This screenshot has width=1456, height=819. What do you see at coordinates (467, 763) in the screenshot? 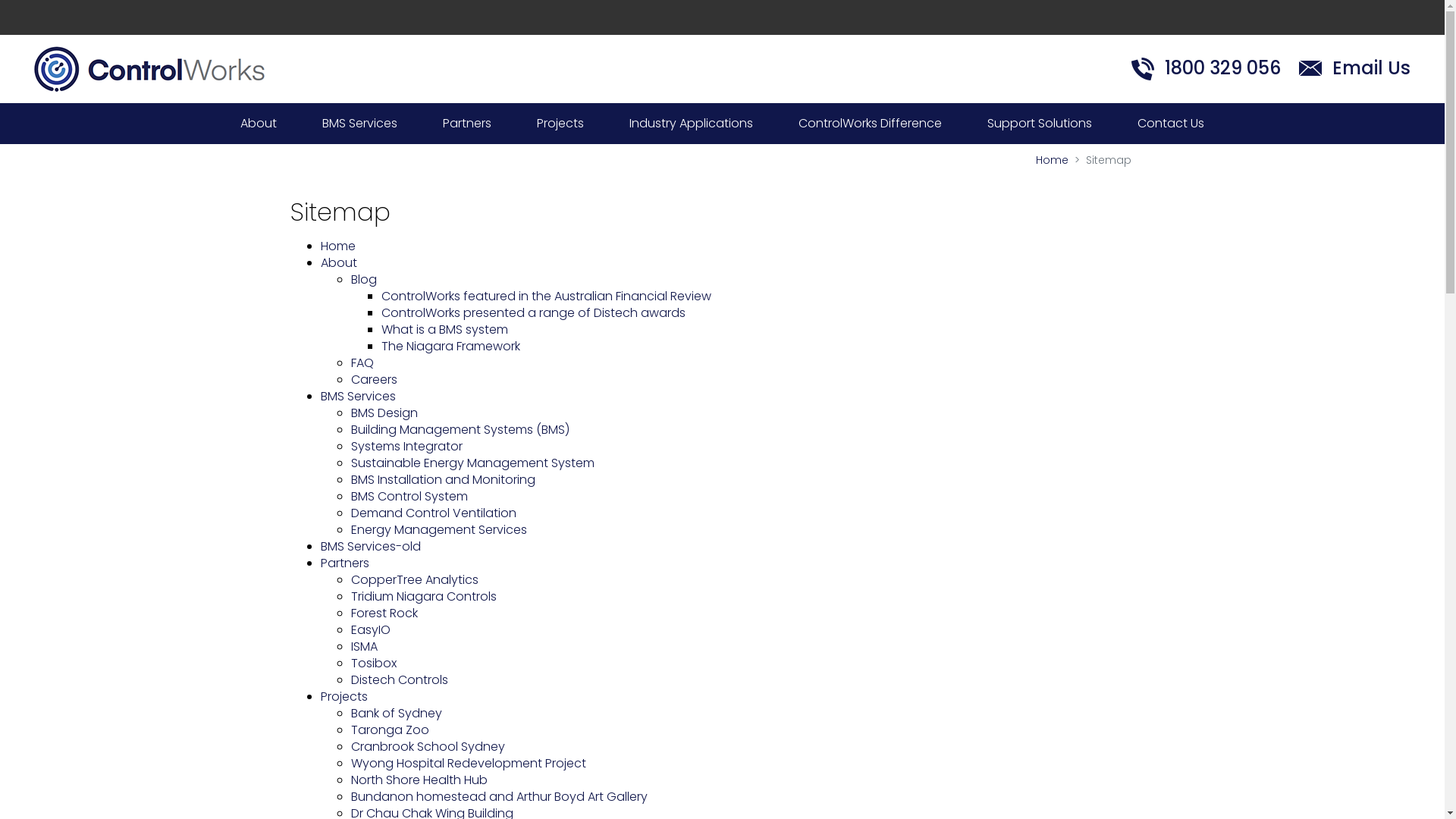
I see `'Wyong Hospital Redevelopment Project'` at bounding box center [467, 763].